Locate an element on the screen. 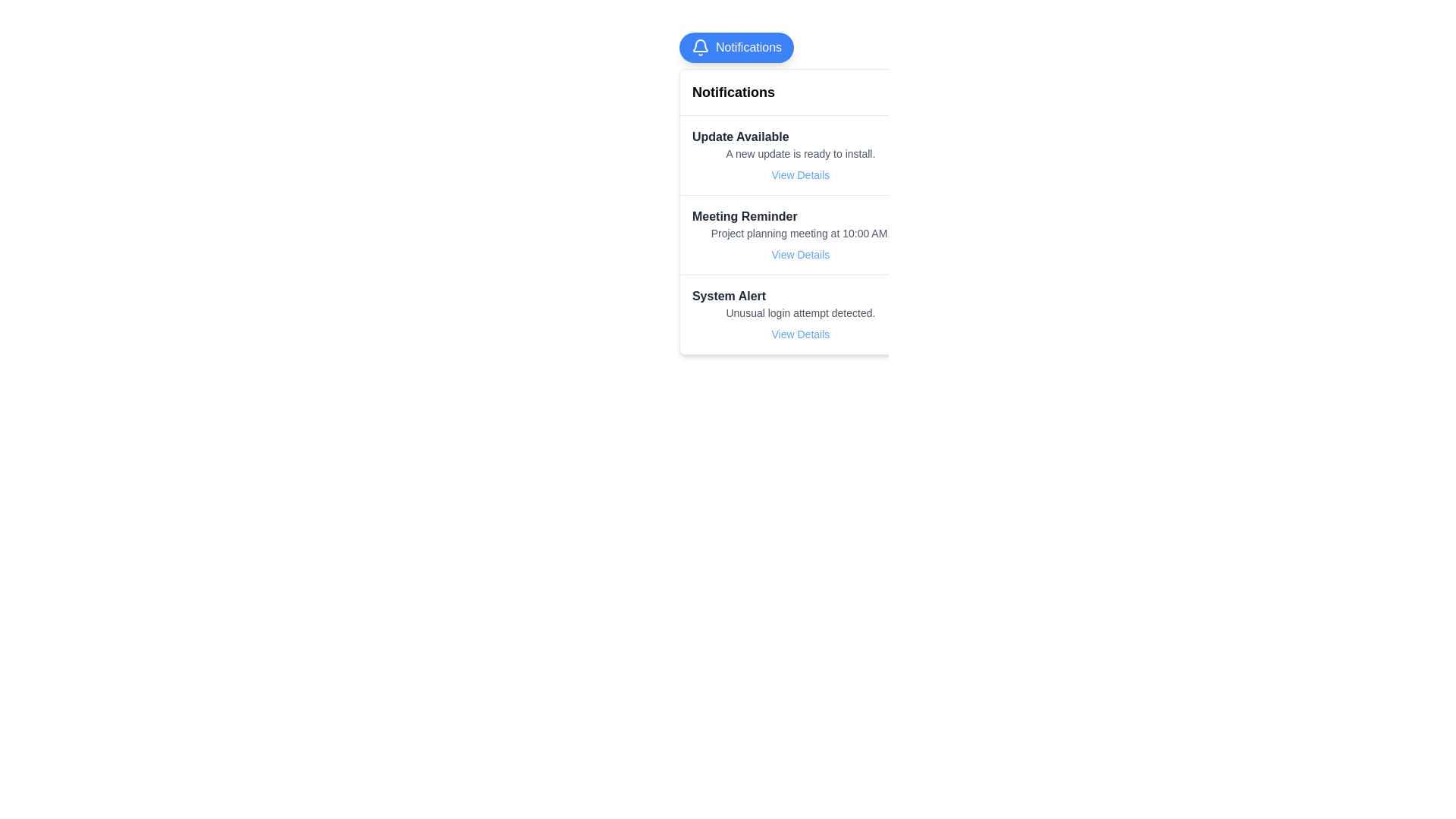  the Text Label that serves as the title for the second notification entry in the notifications list, located below the 'Notifications' heading and above the meeting description is located at coordinates (745, 216).